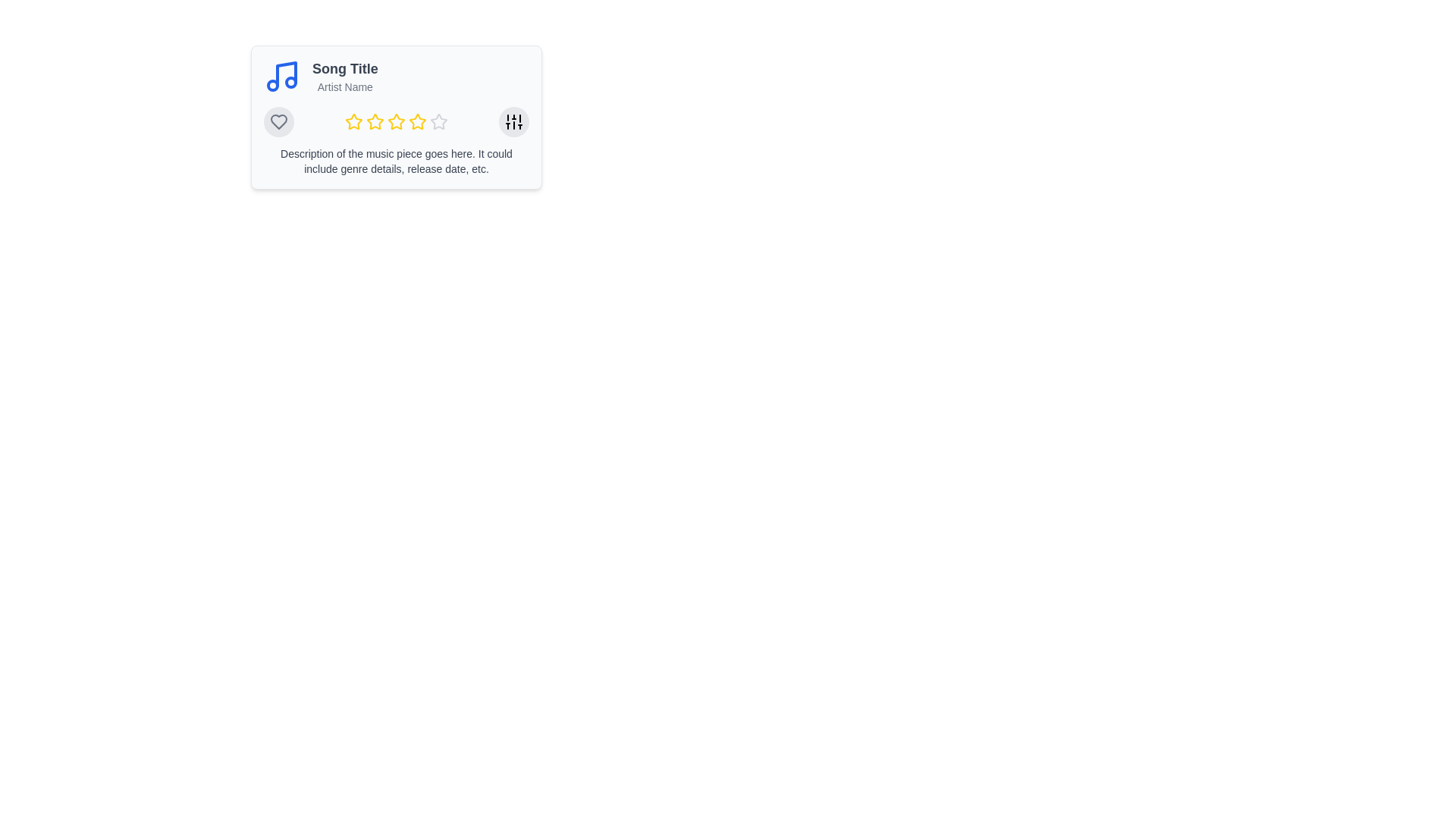 This screenshot has height=819, width=1456. Describe the element at coordinates (375, 121) in the screenshot. I see `the second star icon in the 5-star rating system located under the title and artist name section of the song card layout` at that location.